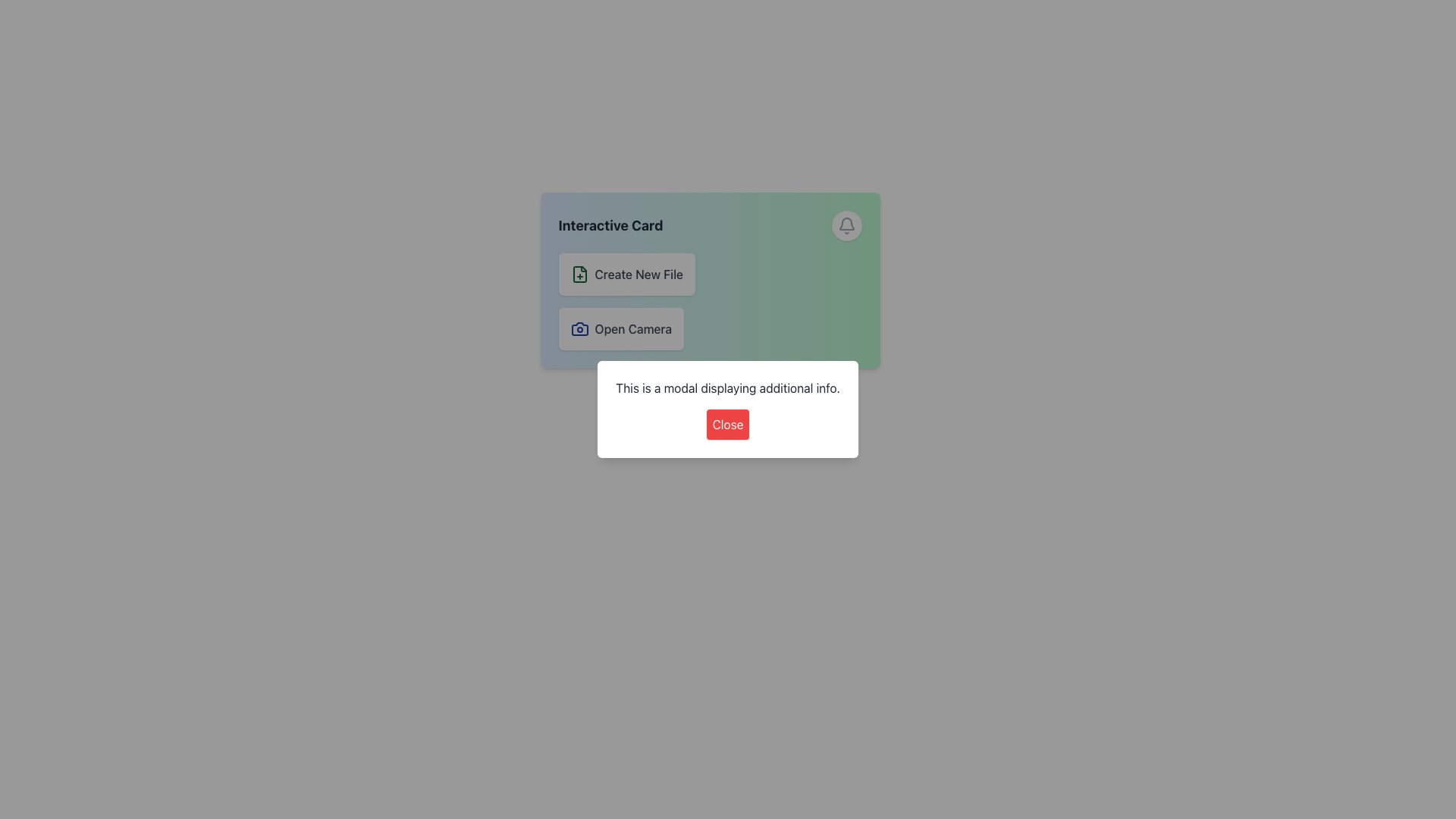  Describe the element at coordinates (579, 275) in the screenshot. I see `the icon that resembles a document with a '+' symbol, located within the 'Create New File' button at the top of the card layout` at that location.